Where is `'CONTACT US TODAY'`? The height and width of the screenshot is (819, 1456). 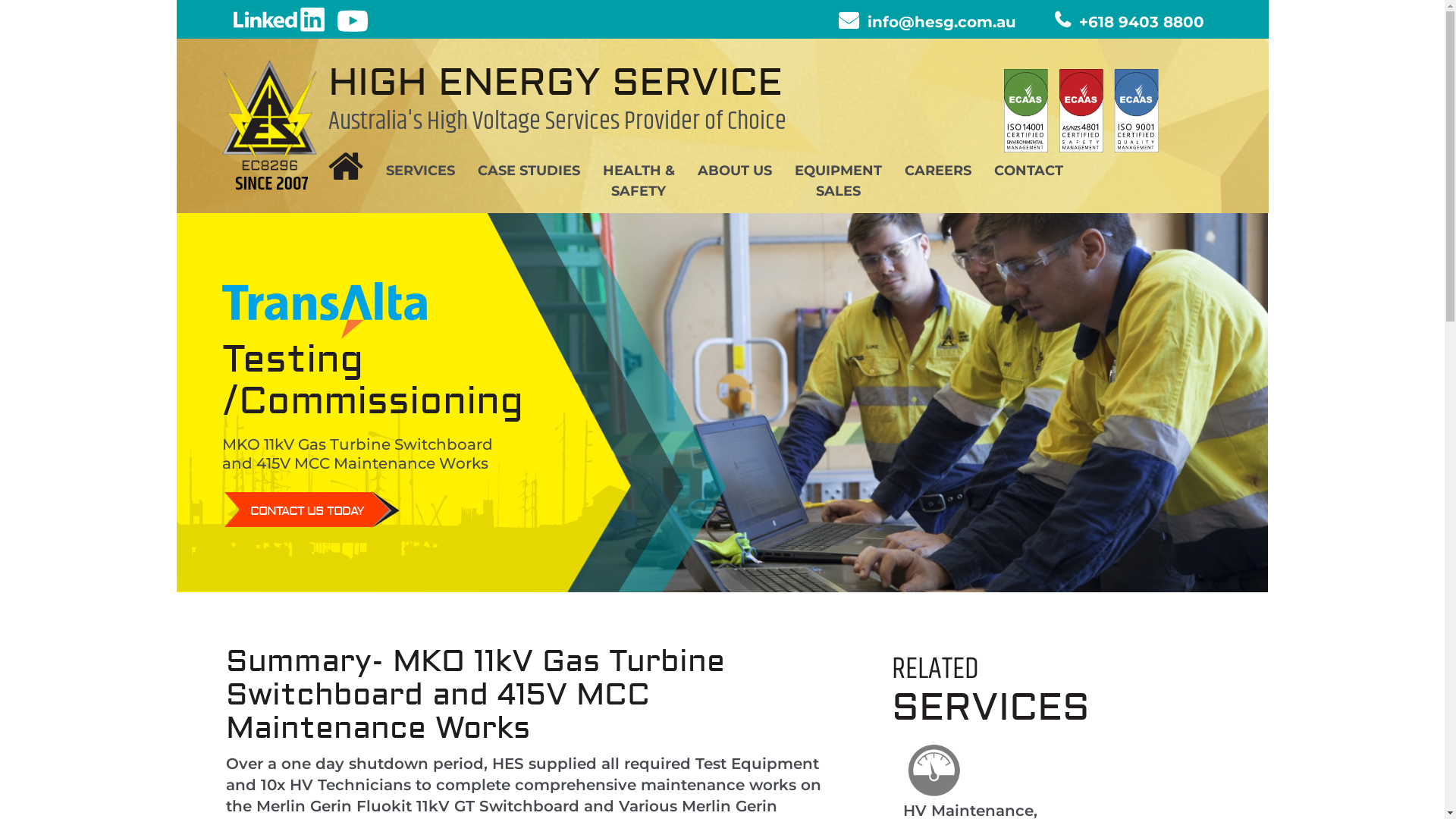 'CONTACT US TODAY' is located at coordinates (304, 509).